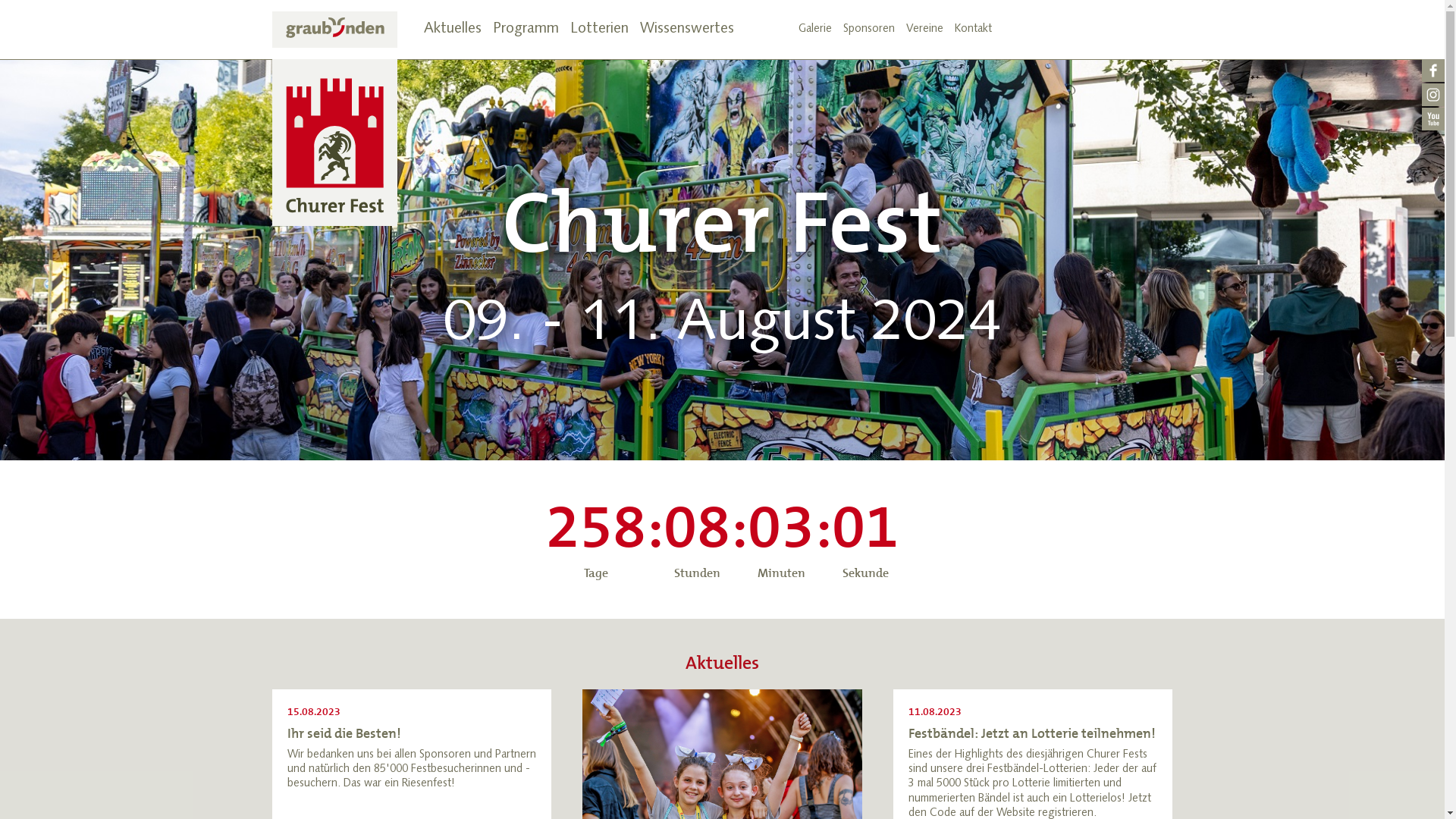  I want to click on 'Programm', so click(526, 29).